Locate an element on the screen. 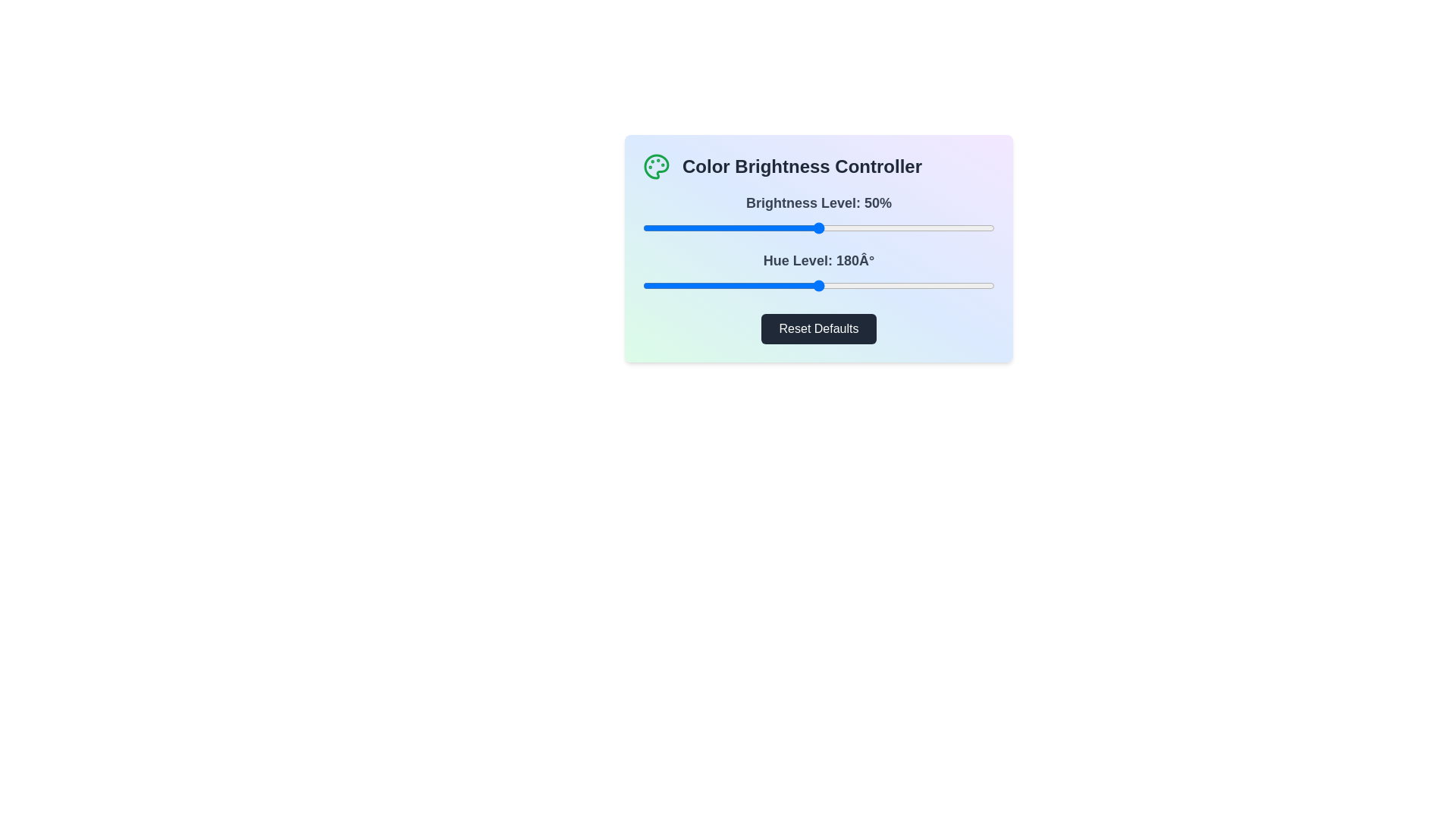  the hue level to 143° by interacting with the hue slider is located at coordinates (783, 286).